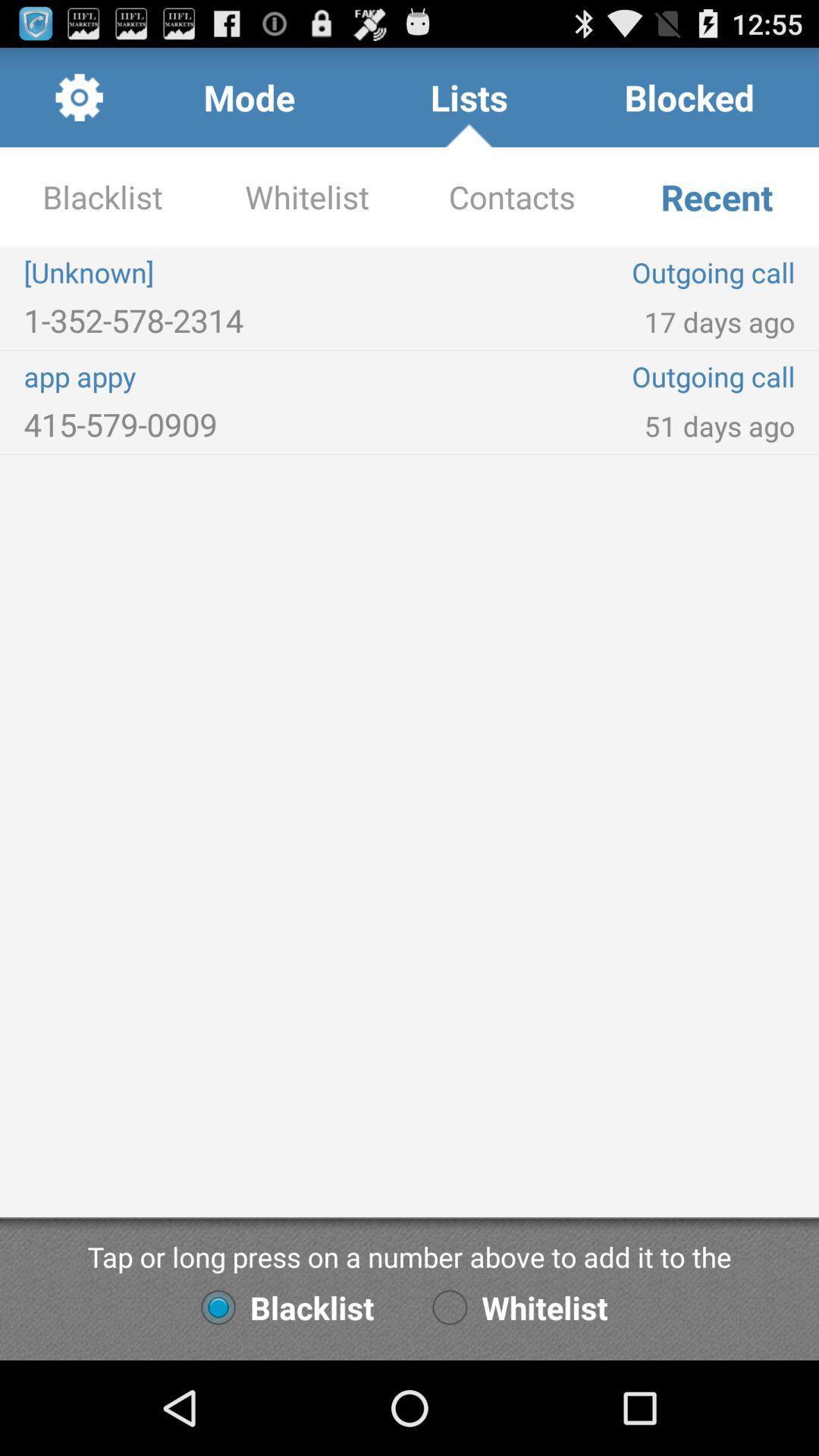 Image resolution: width=819 pixels, height=1456 pixels. I want to click on the icon above the [unknown], so click(512, 196).